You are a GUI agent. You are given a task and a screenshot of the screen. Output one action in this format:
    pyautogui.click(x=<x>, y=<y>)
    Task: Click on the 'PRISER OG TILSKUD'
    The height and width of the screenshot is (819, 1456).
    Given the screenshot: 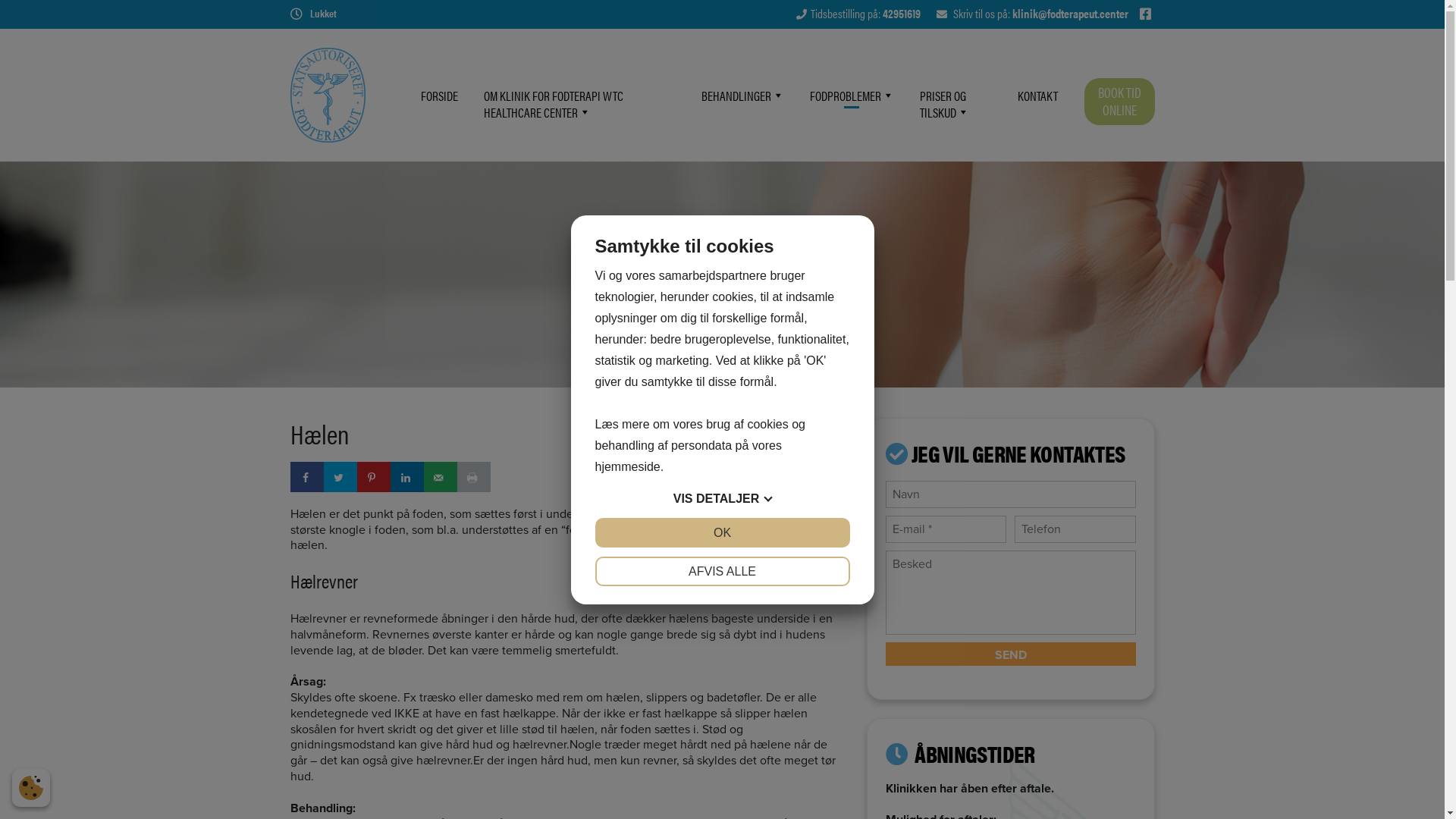 What is the action you would take?
    pyautogui.click(x=955, y=103)
    